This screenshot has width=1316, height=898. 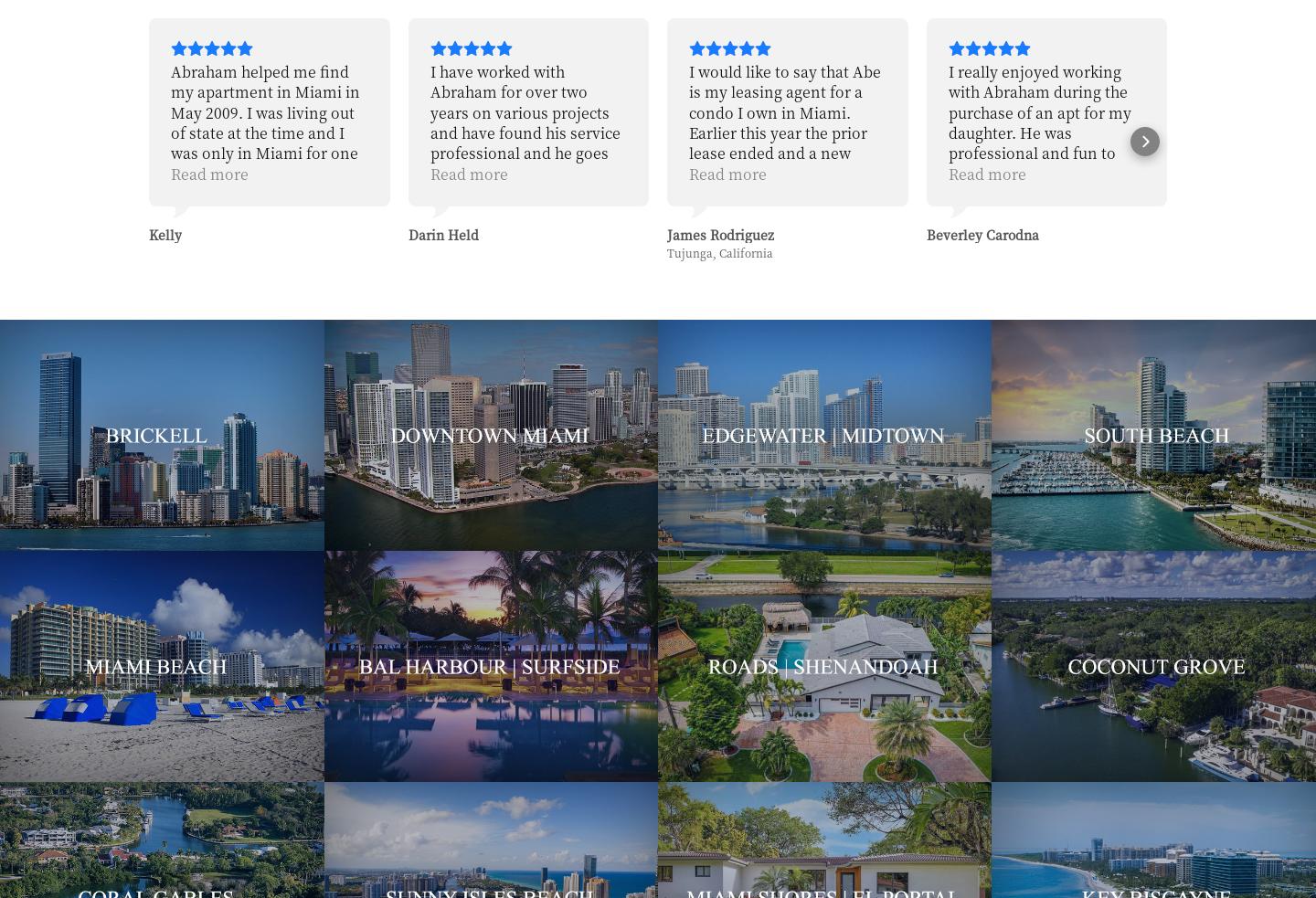 I want to click on 'Ana Whitby - Brazil', so click(x=1246, y=234).